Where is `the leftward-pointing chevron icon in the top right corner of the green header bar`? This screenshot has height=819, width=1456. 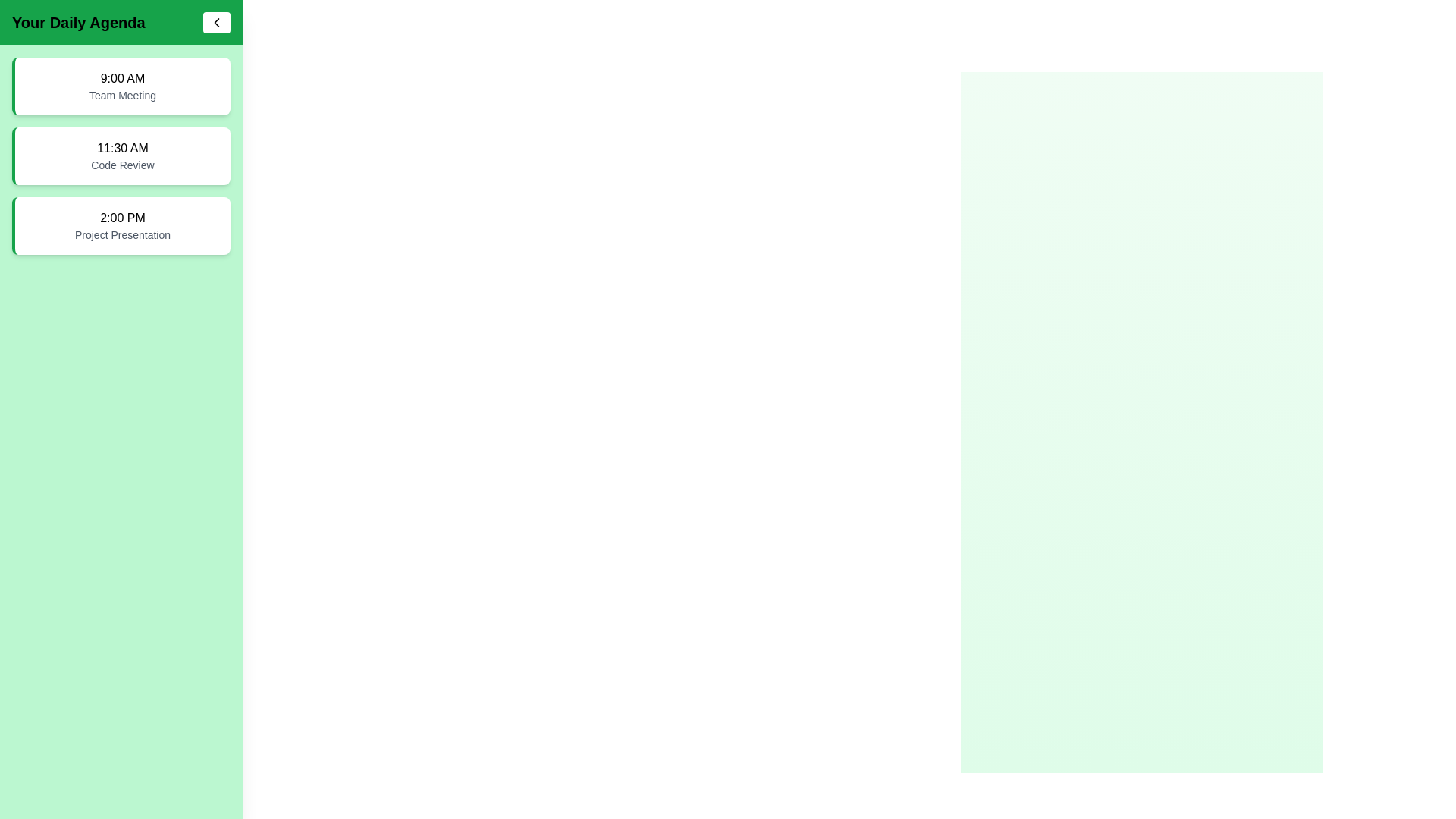 the leftward-pointing chevron icon in the top right corner of the green header bar is located at coordinates (216, 23).